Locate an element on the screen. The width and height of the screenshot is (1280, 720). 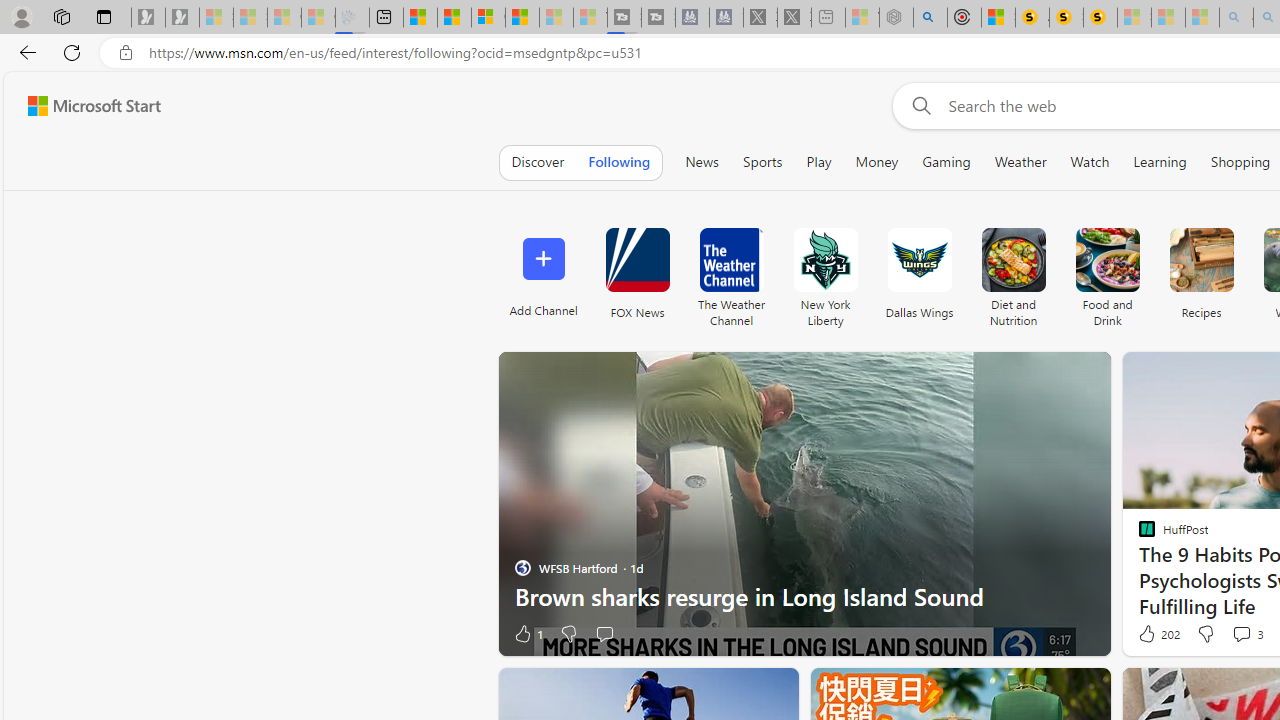
'1 Like' is located at coordinates (527, 633).